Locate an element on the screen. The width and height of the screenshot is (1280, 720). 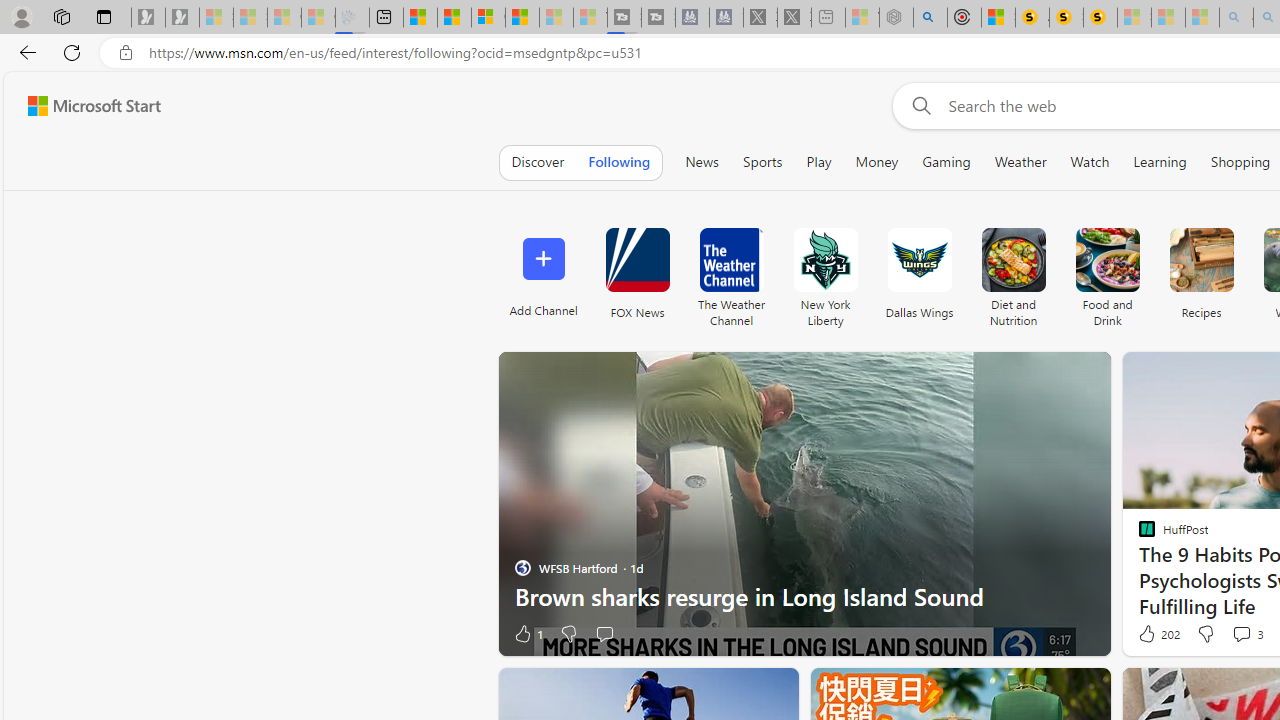
'1 Like' is located at coordinates (527, 633).